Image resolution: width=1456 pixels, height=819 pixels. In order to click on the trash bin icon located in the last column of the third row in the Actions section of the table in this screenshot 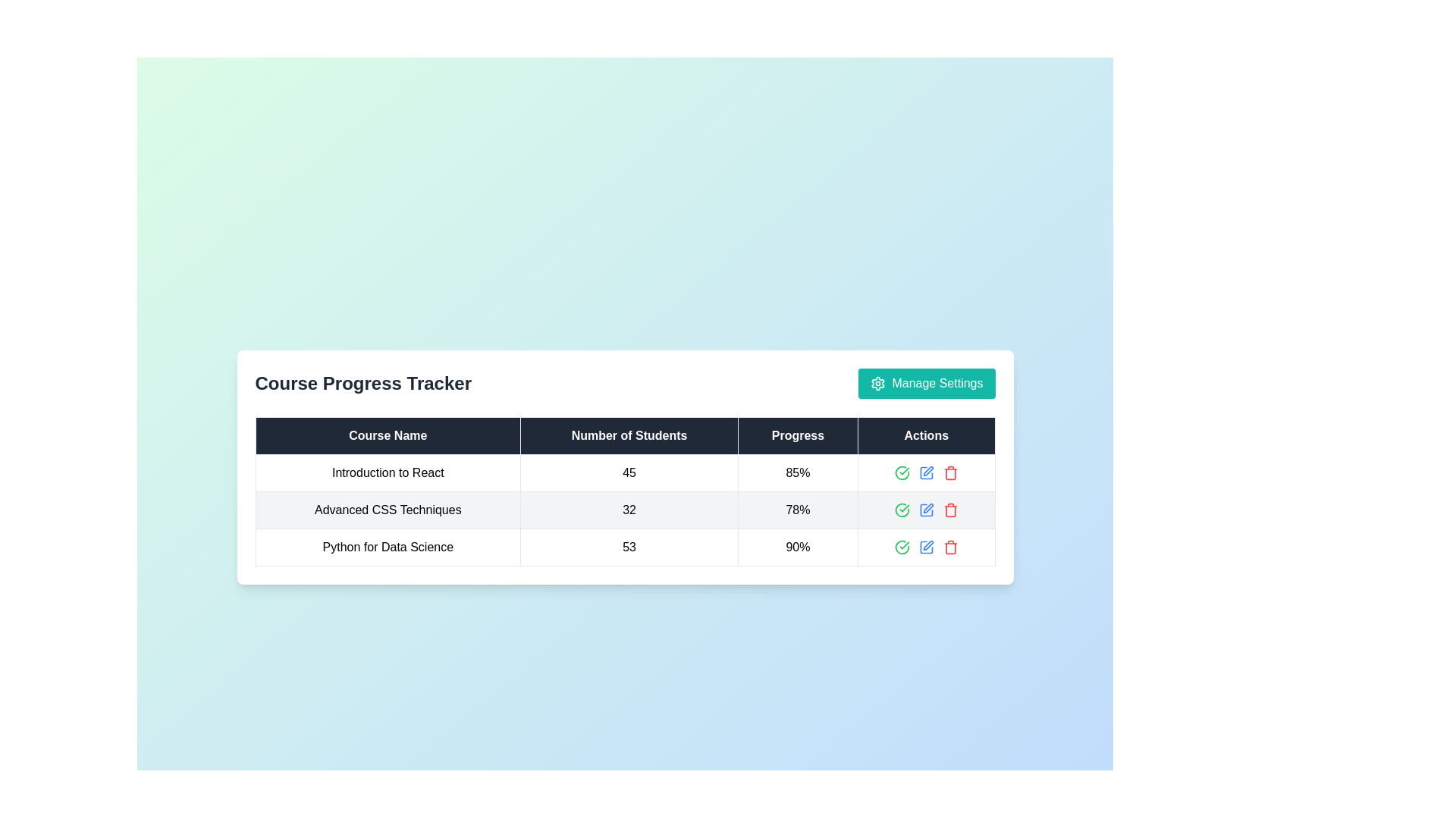, I will do `click(949, 548)`.